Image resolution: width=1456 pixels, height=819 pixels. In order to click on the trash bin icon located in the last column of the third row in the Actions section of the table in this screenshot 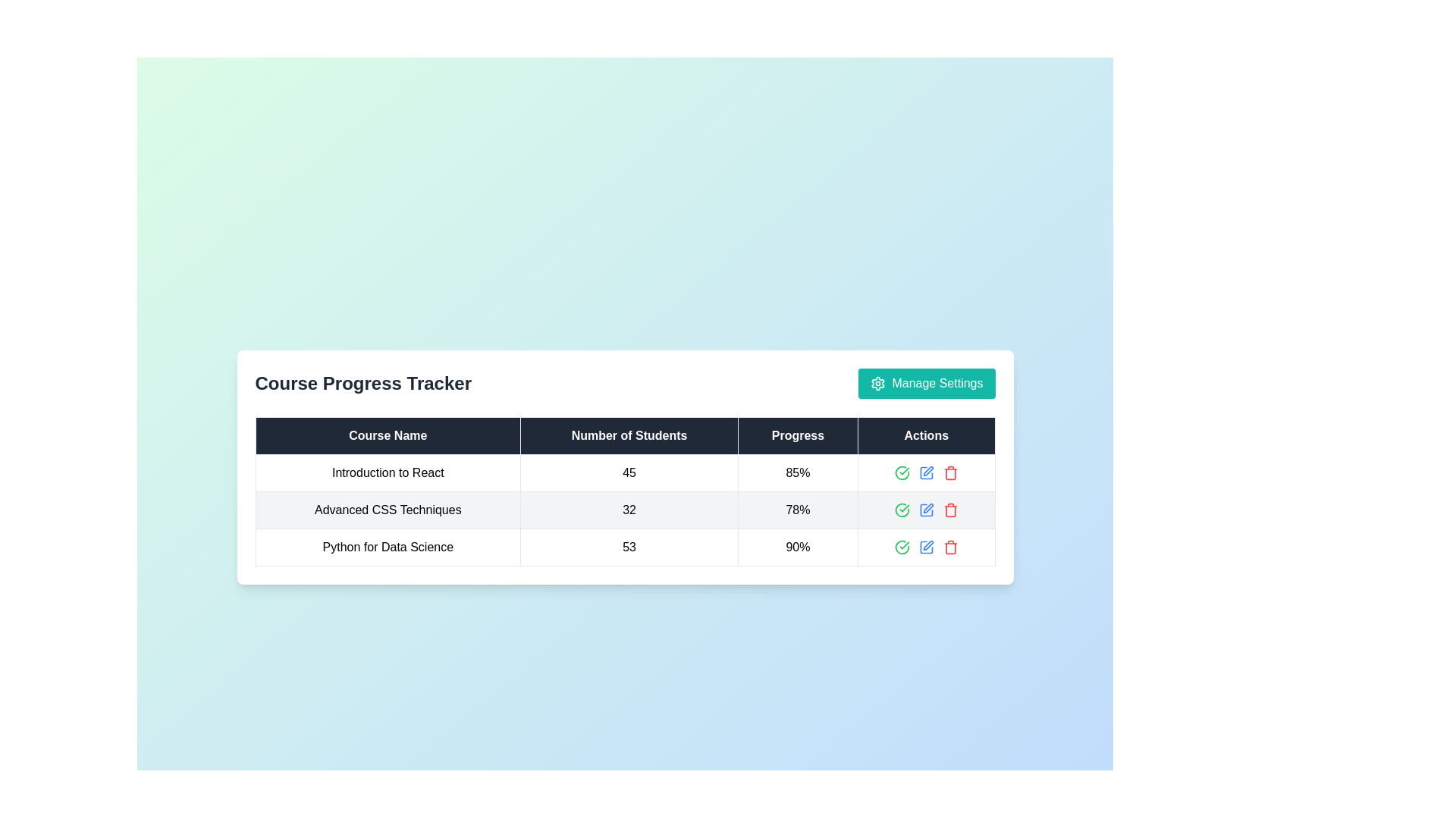, I will do `click(949, 548)`.